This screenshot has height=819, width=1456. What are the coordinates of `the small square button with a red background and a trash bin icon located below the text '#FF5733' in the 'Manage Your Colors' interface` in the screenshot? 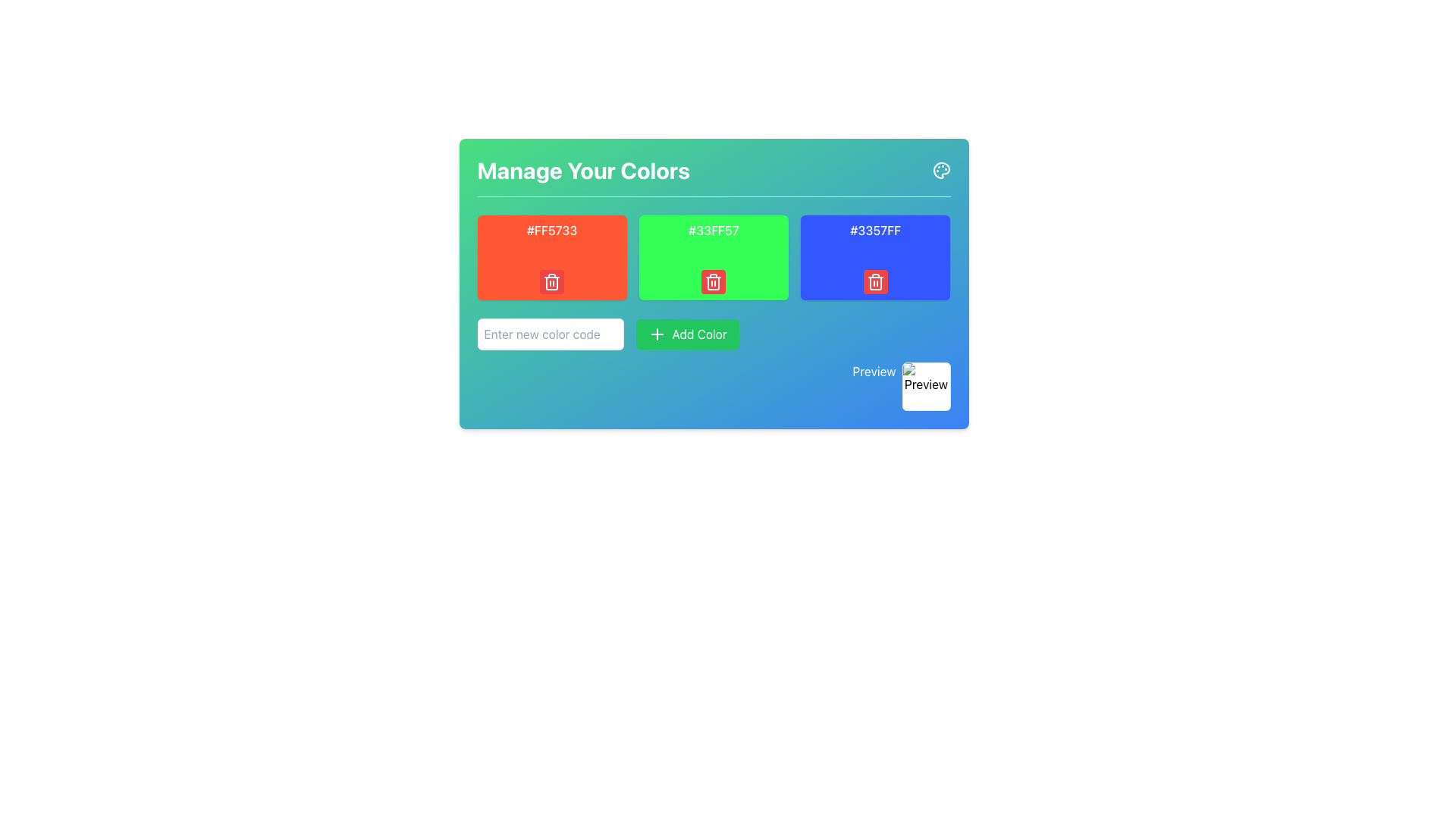 It's located at (551, 281).